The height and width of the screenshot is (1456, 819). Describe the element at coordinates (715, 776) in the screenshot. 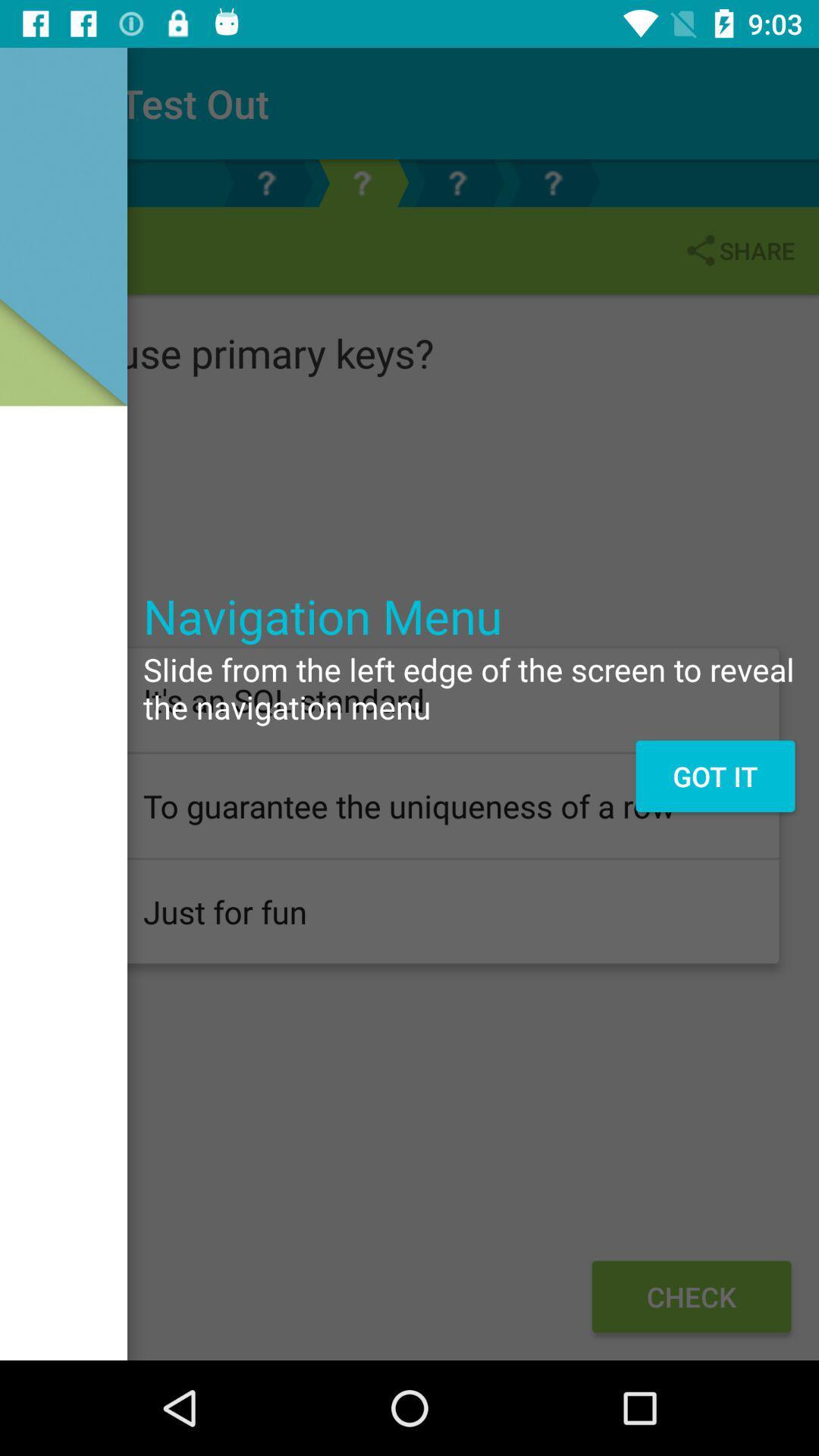

I see `got it` at that location.